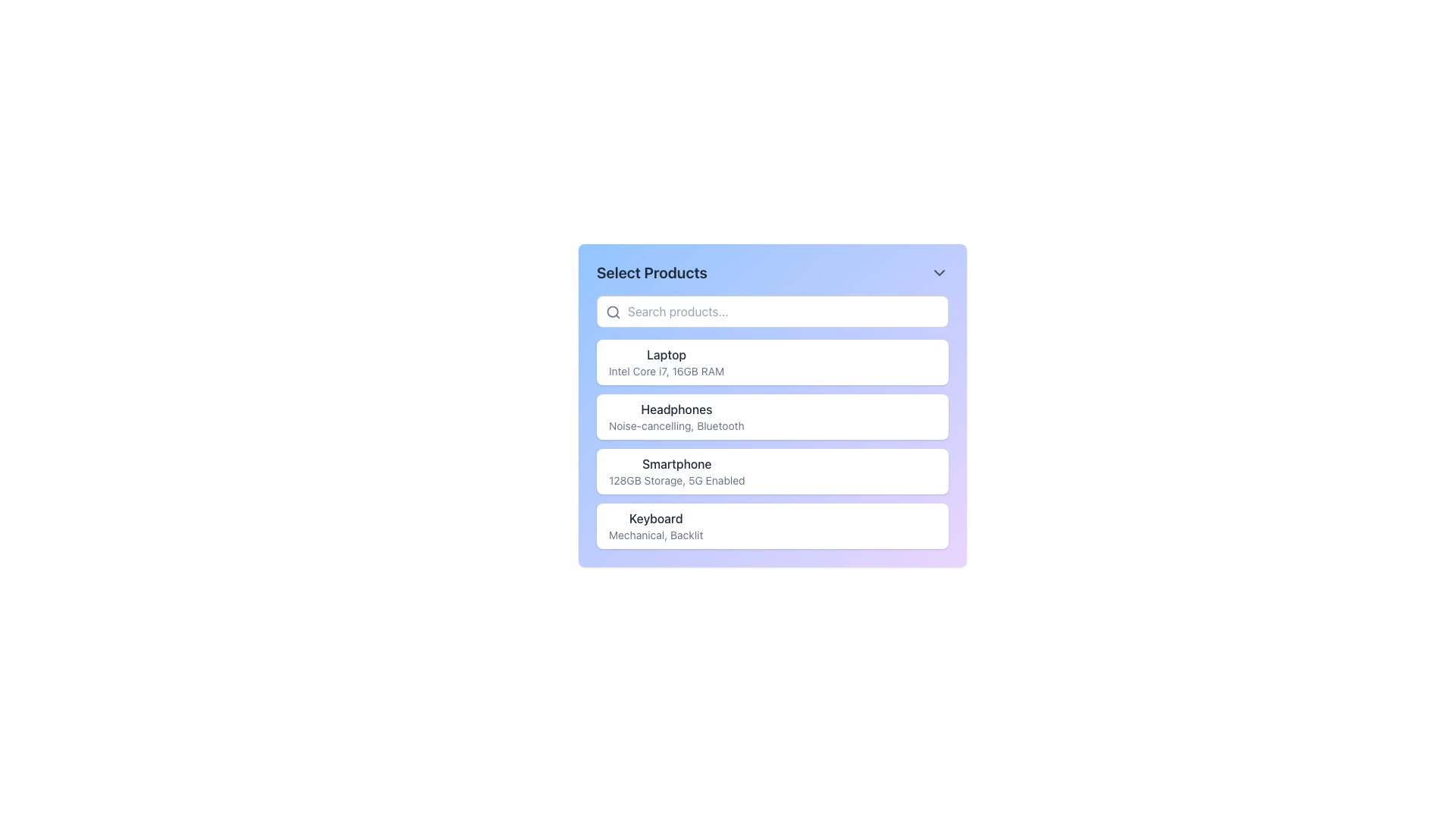 The image size is (1456, 819). What do you see at coordinates (772, 526) in the screenshot?
I see `to select the 'Keyboard' item in the list, which is the fourth item below 'Smartphone' and above any other elements` at bounding box center [772, 526].